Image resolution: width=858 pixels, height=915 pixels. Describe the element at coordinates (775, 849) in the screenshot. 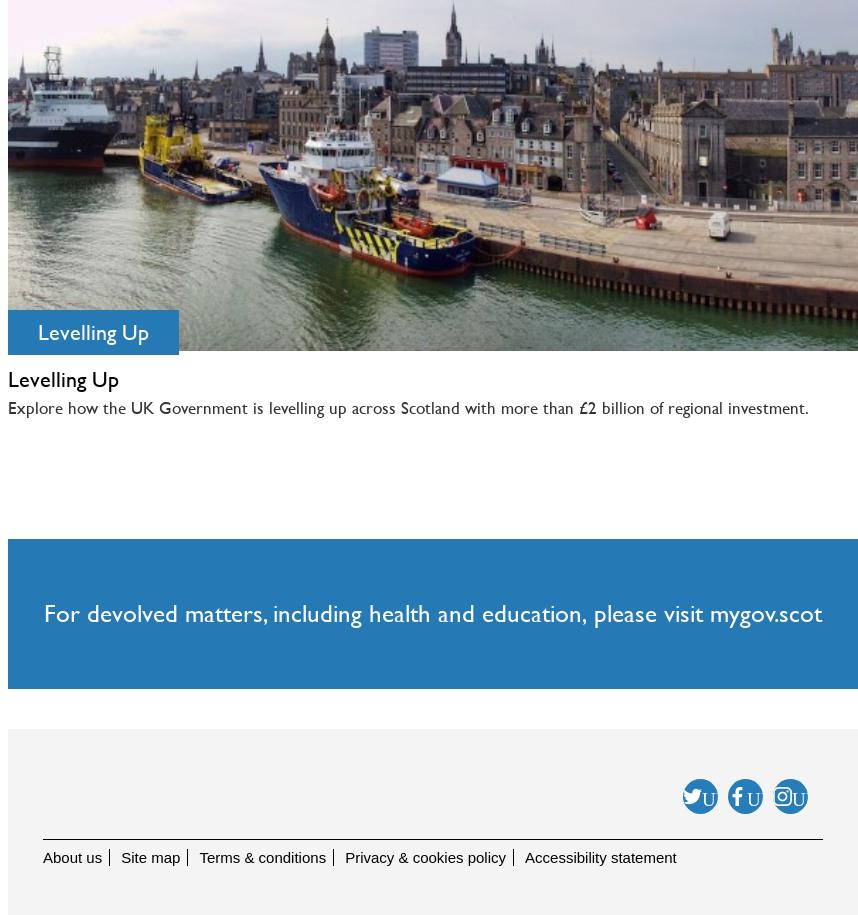

I see `'UK Government Scotland Facebook'` at that location.